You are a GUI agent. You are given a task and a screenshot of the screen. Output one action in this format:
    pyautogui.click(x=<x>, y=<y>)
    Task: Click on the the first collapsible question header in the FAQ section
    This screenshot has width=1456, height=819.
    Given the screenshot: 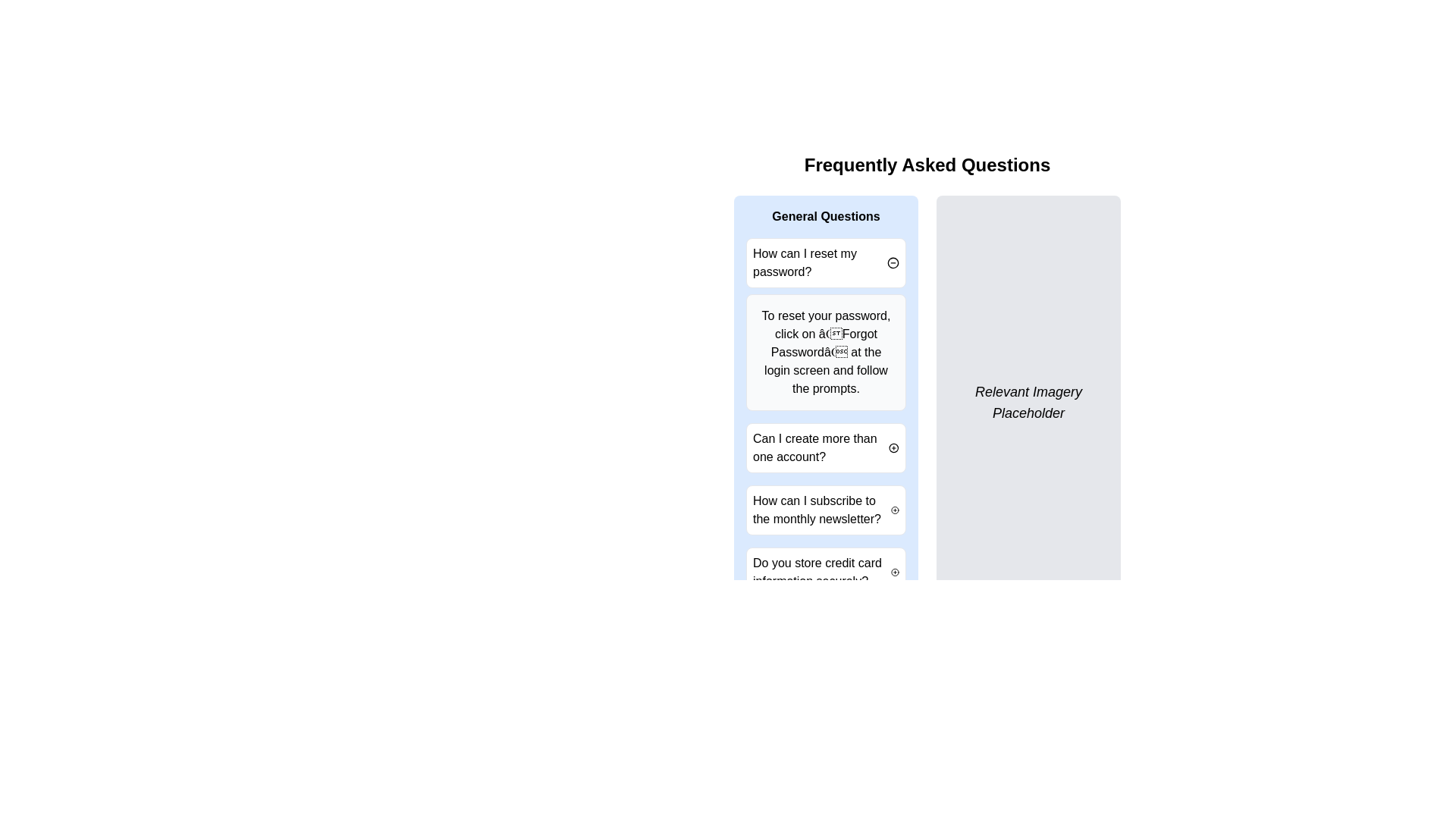 What is the action you would take?
    pyautogui.click(x=825, y=262)
    